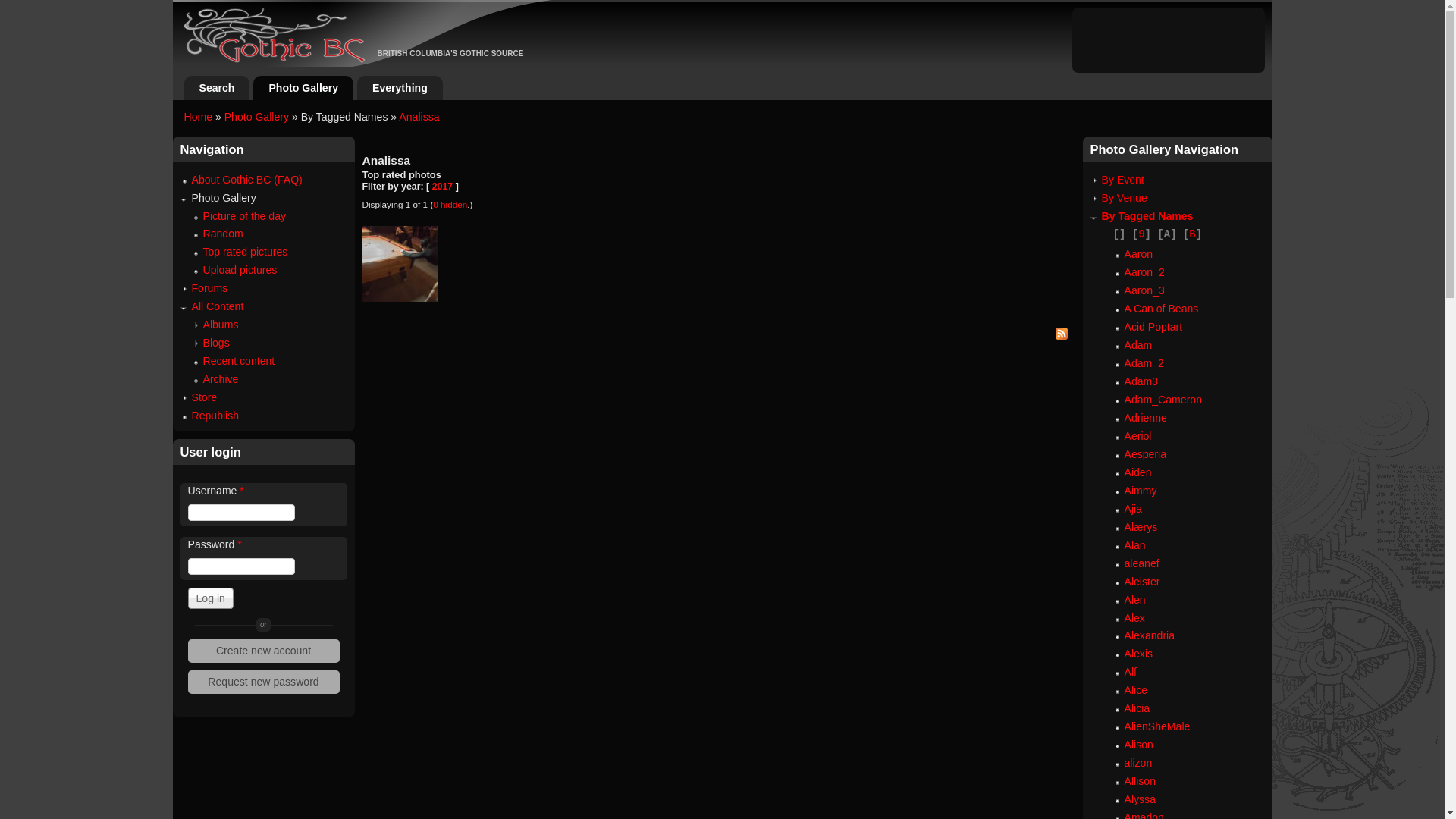 The width and height of the screenshot is (1456, 819). I want to click on 'Adam_2', so click(1143, 362).